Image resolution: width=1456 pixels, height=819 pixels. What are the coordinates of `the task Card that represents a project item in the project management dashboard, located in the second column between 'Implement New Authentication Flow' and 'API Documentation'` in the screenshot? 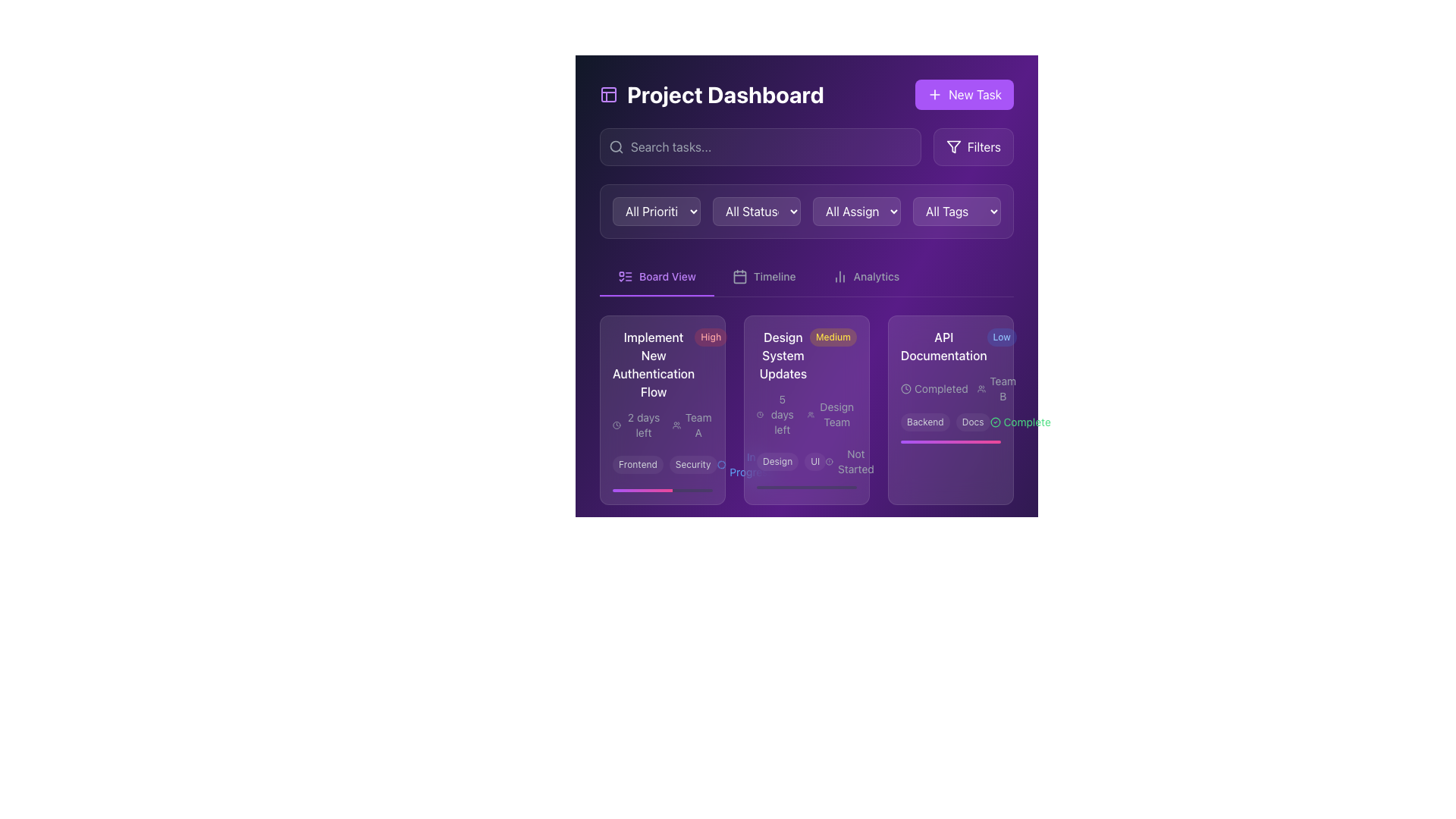 It's located at (806, 409).